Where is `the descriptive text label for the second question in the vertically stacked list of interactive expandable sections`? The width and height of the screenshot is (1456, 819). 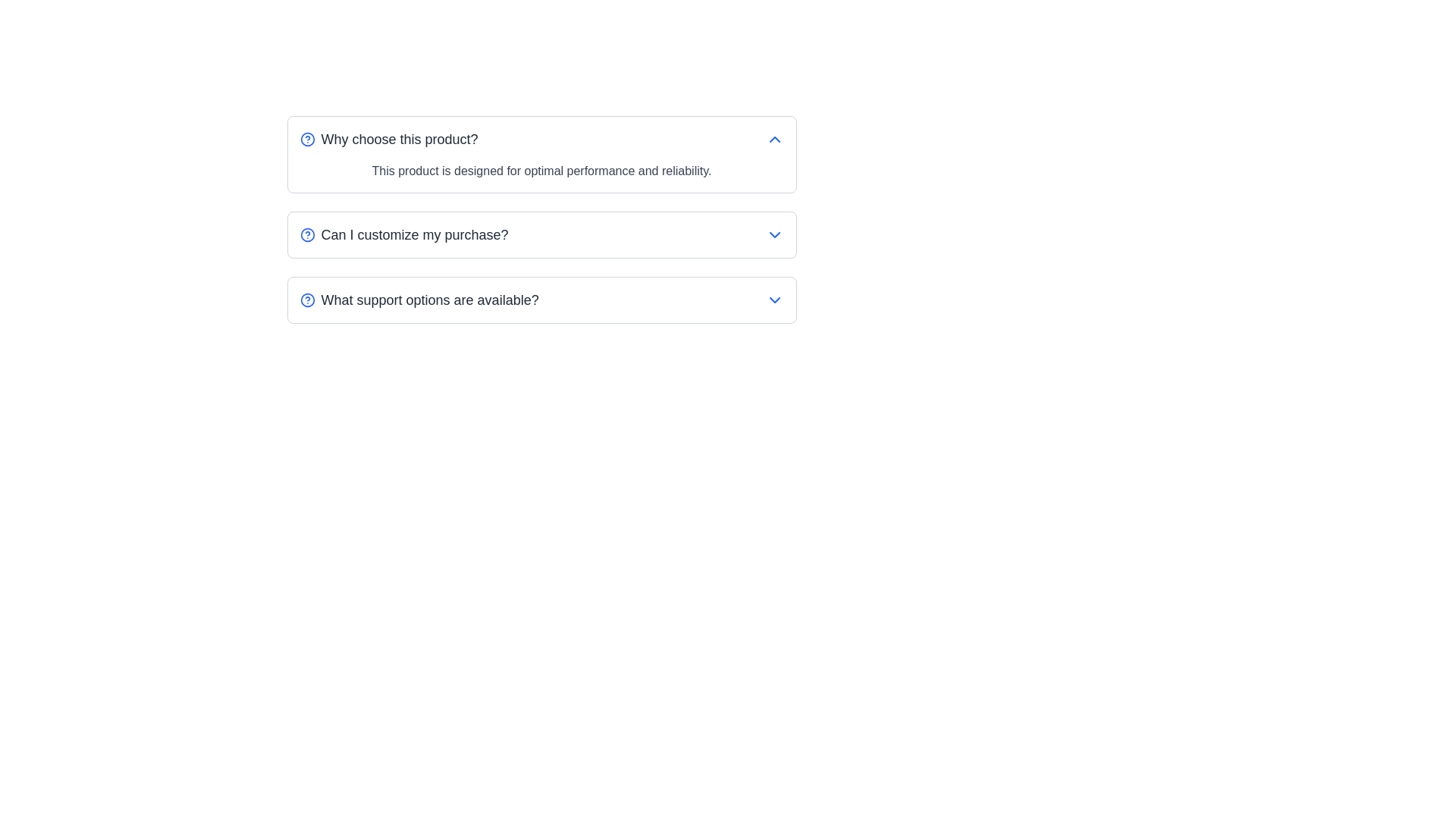 the descriptive text label for the second question in the vertically stacked list of interactive expandable sections is located at coordinates (415, 234).